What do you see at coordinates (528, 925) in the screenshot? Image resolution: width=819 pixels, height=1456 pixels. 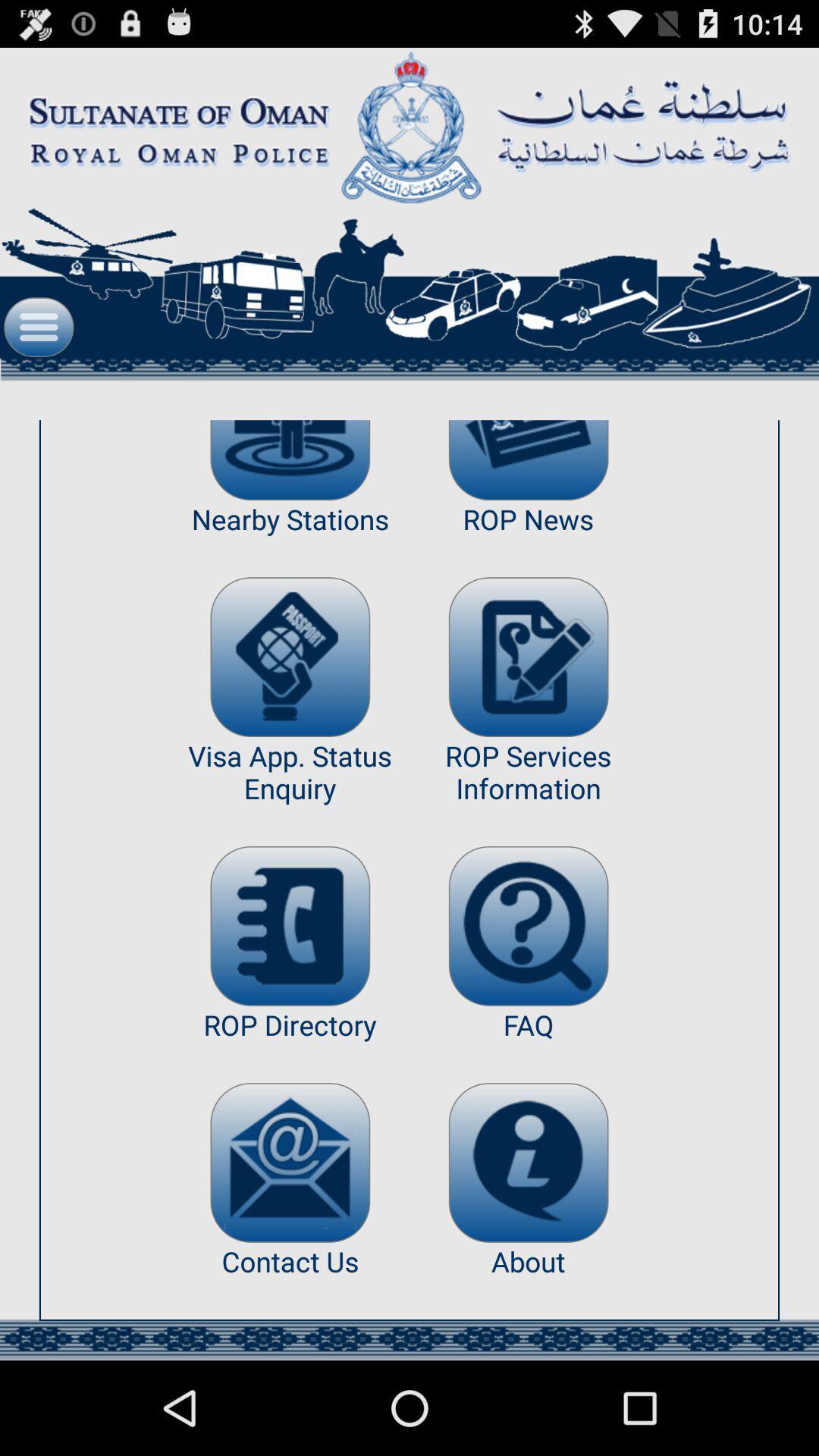 I see `the app below the rop services information` at bounding box center [528, 925].